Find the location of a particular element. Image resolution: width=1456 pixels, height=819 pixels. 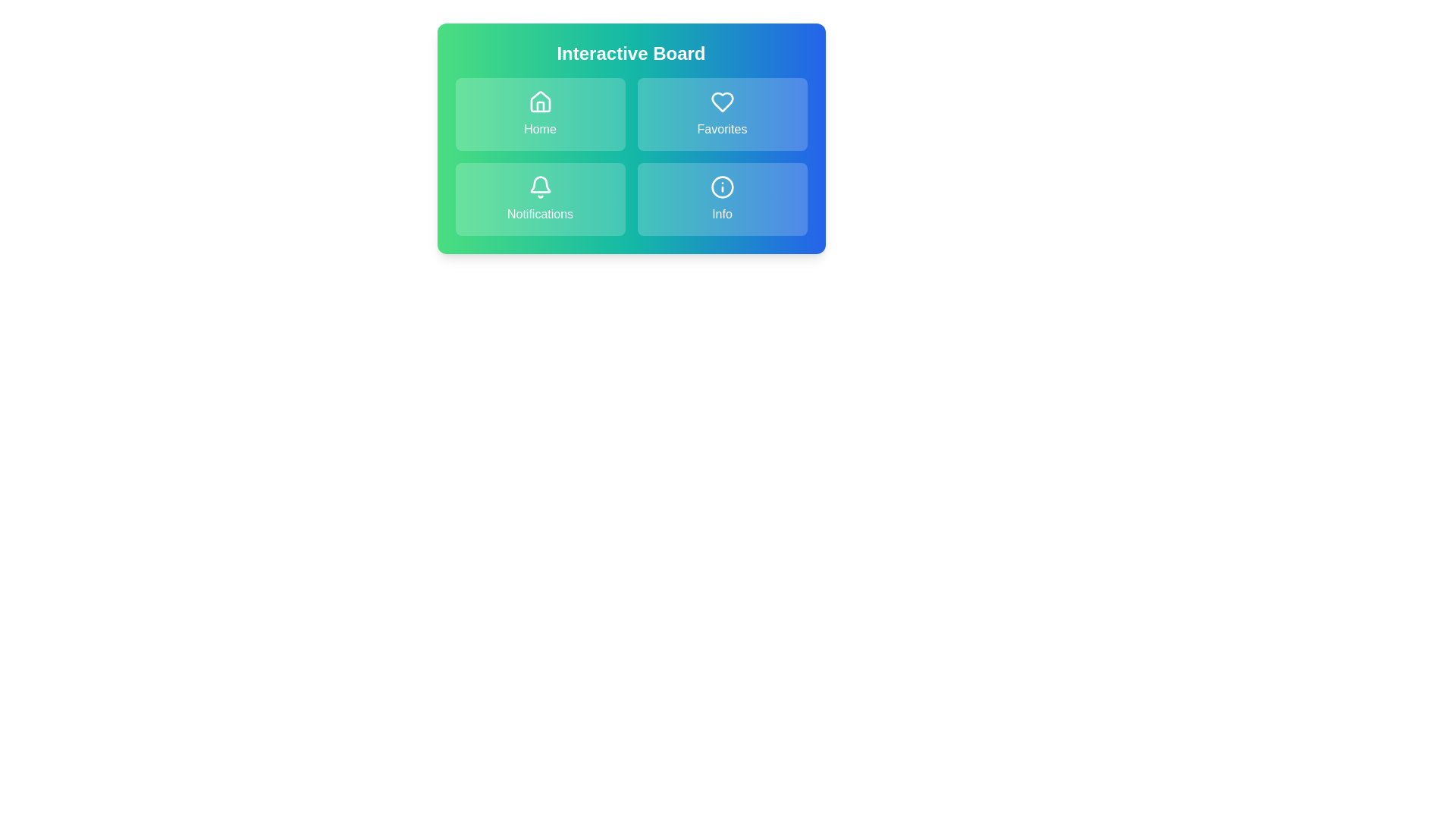

the 'Favorites' text label element, which is styled in white and centrally aligned below a heart icon in the second section of the top row of a grid layout is located at coordinates (721, 128).